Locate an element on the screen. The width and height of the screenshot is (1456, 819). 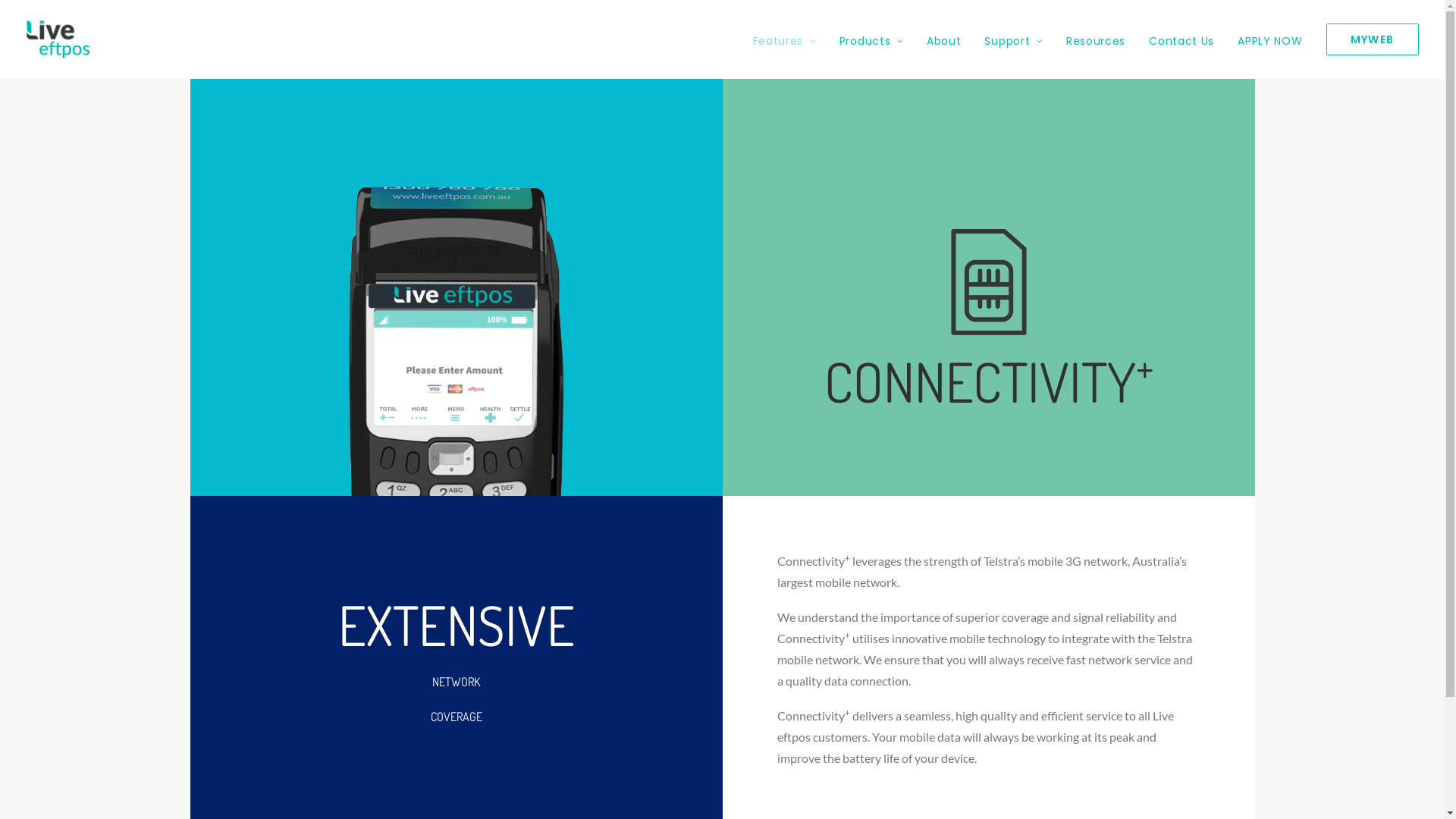
'MYWEB' is located at coordinates (1366, 38).